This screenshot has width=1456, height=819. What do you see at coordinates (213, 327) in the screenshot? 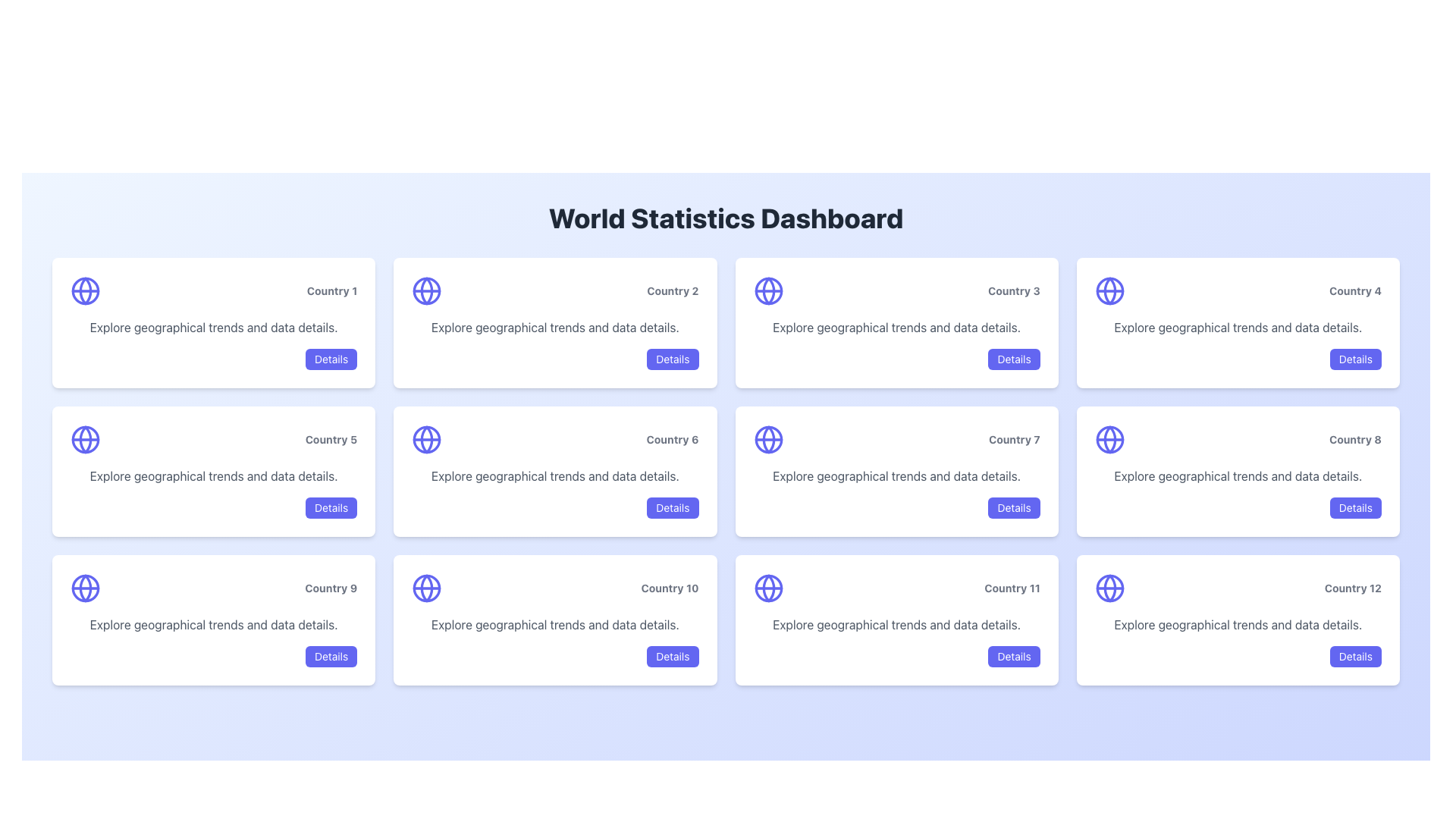
I see `the text label component that displays 'Explore geographical trends and data details.' It is centrally aligned within a white card titled 'Country 1' in the top-left of a grid layout` at bounding box center [213, 327].